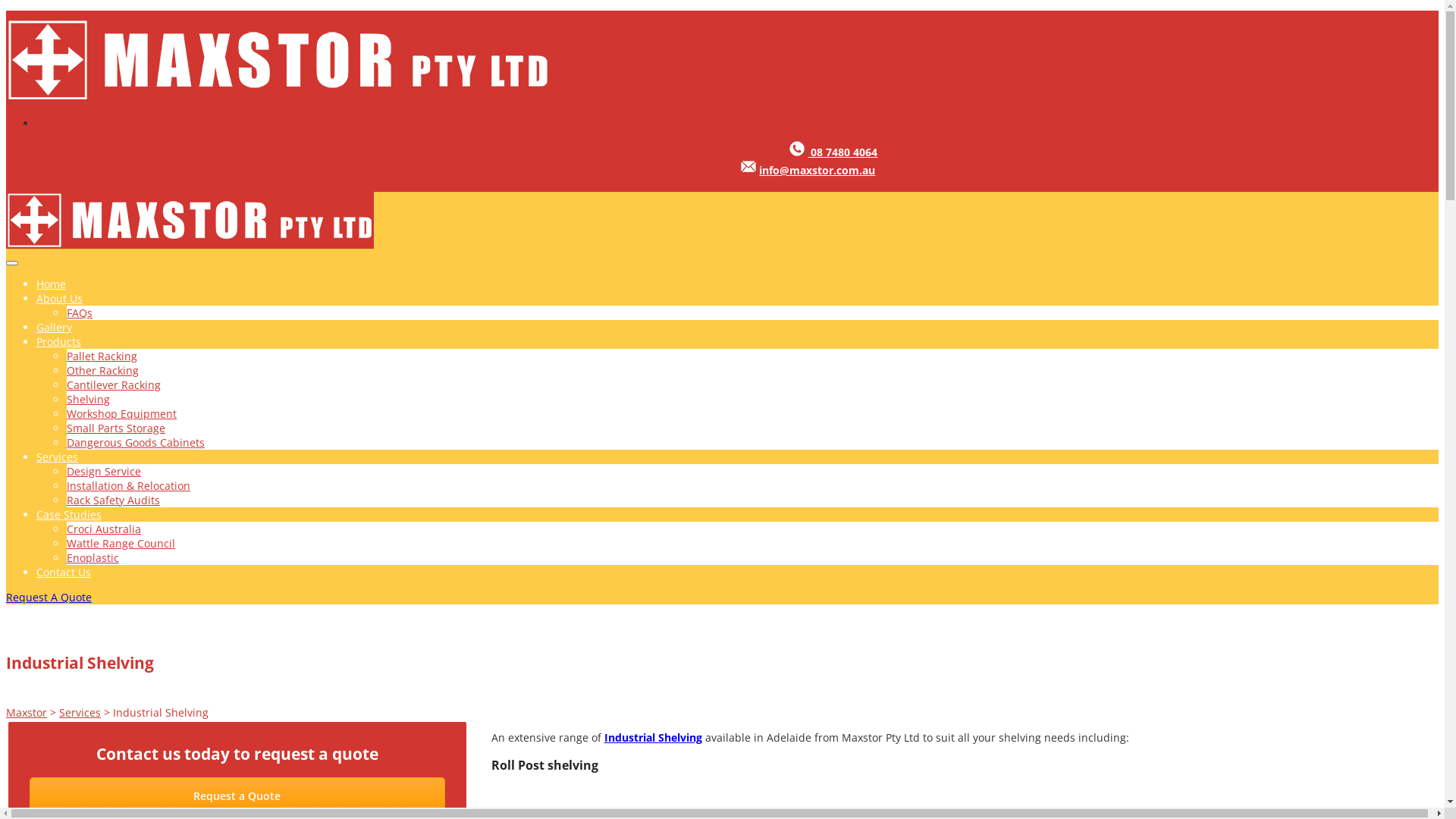  I want to click on 'FAQs', so click(79, 312).